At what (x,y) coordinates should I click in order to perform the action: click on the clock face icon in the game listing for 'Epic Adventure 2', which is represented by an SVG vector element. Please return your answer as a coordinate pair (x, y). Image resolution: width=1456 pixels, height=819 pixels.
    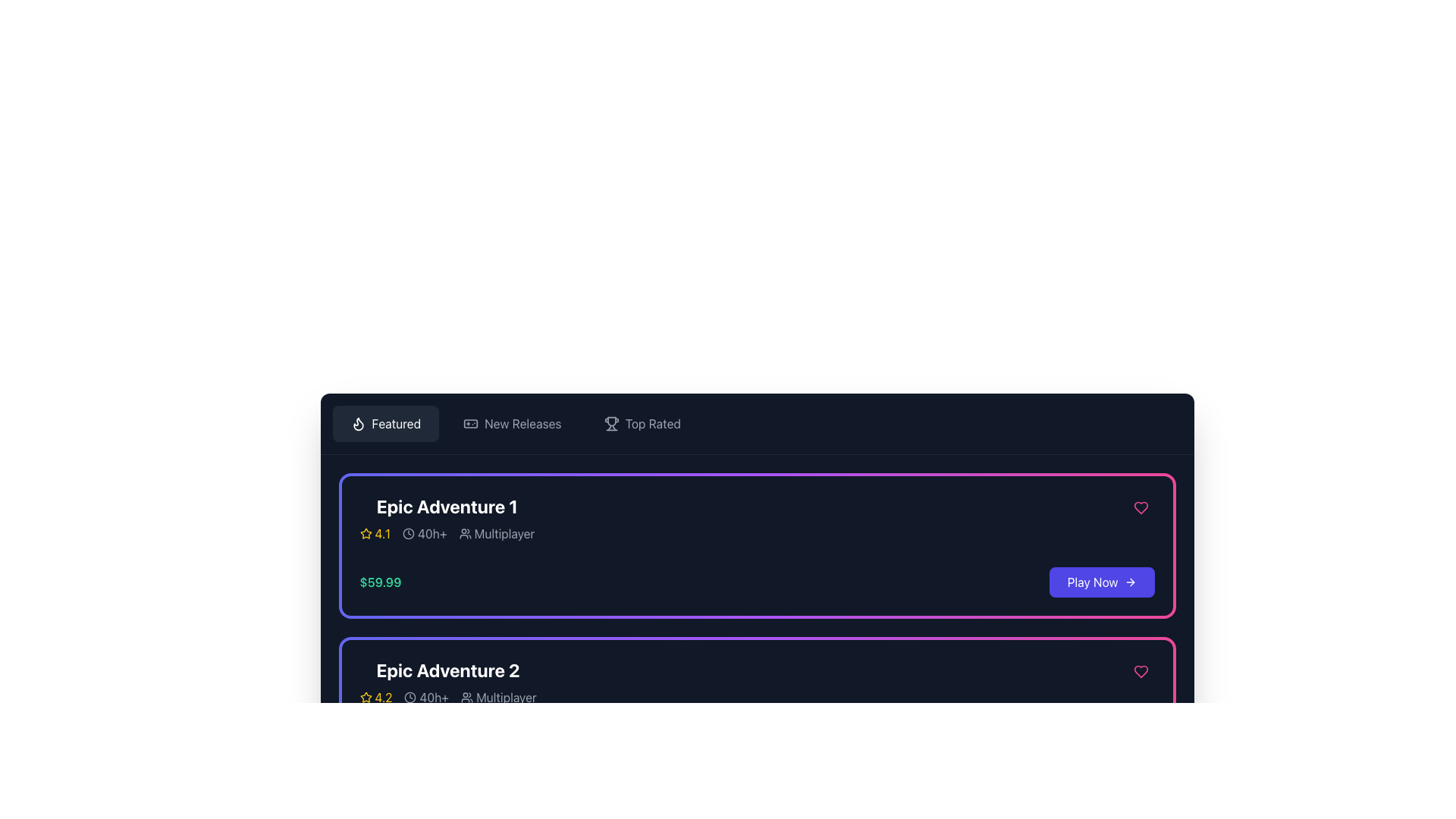
    Looking at the image, I should click on (410, 698).